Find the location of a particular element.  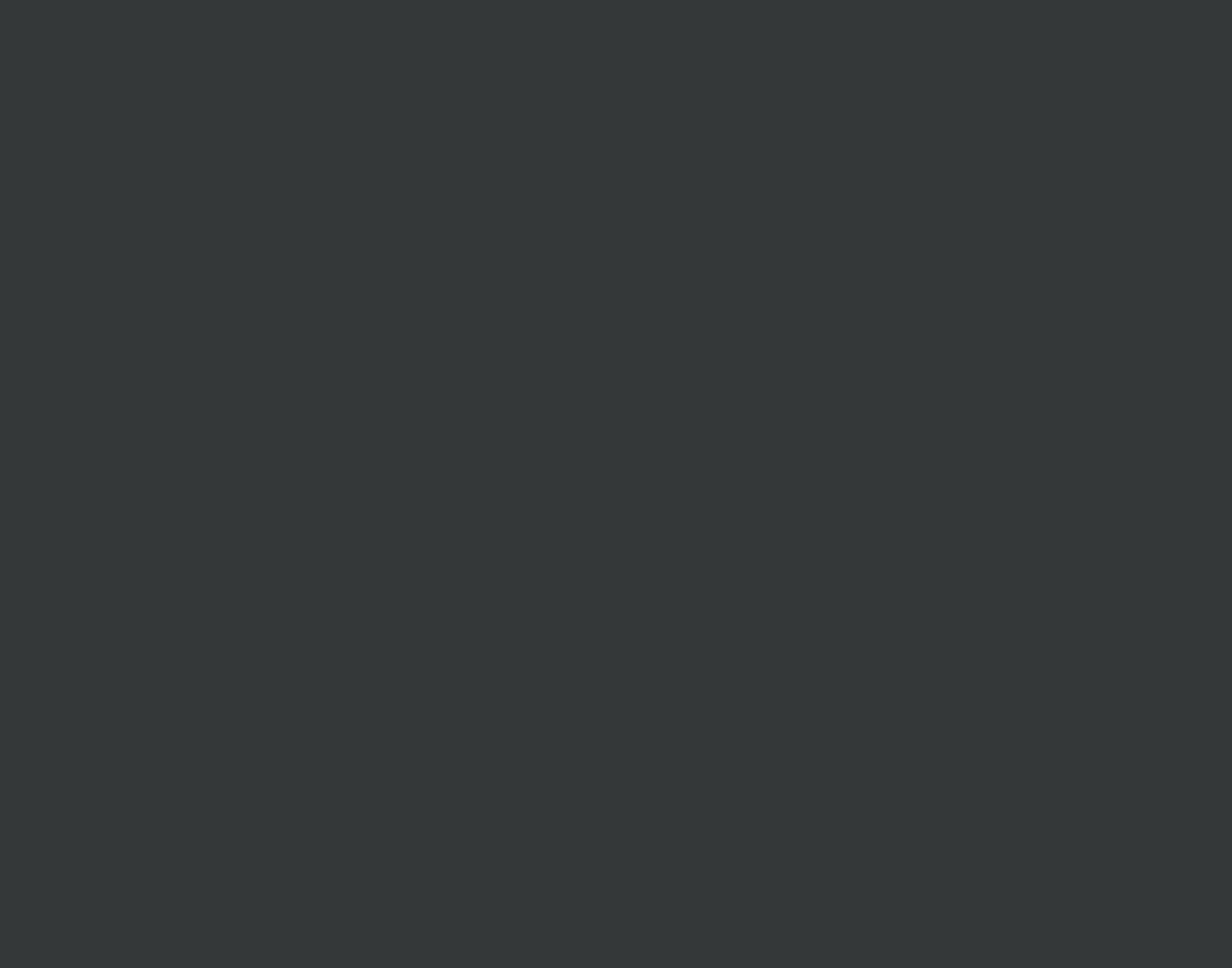

'google form' is located at coordinates (743, 180).